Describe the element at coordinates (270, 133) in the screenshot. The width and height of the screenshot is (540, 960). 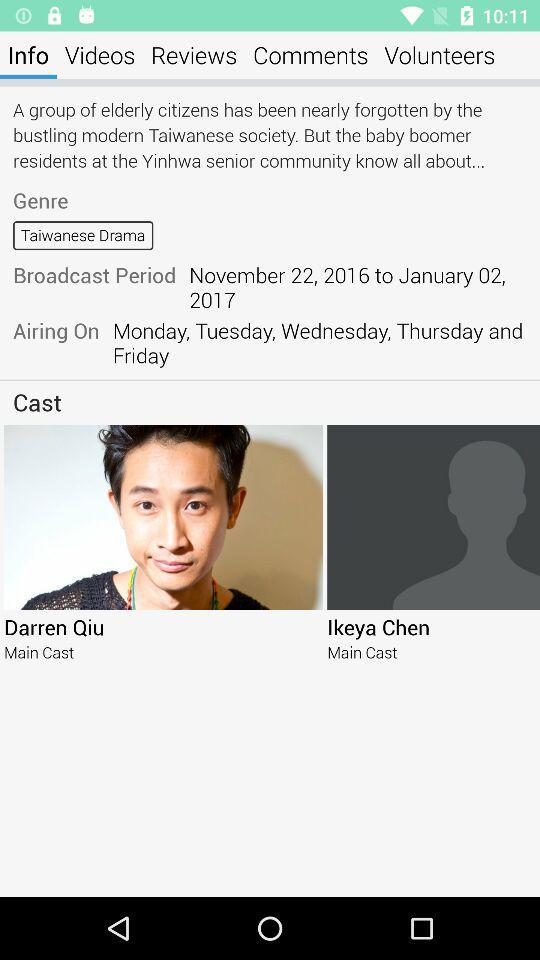
I see `a group of` at that location.